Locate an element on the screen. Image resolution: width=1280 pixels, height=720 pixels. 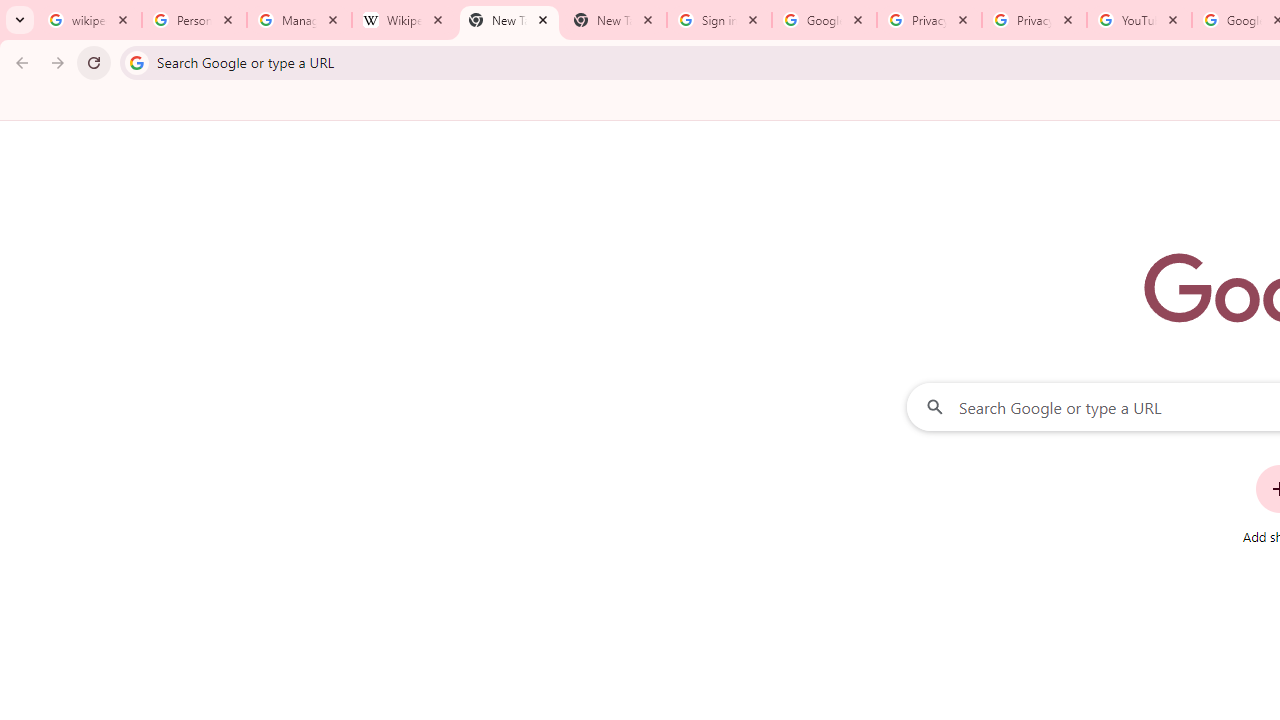
'Google Drive: Sign-in' is located at coordinates (824, 20).